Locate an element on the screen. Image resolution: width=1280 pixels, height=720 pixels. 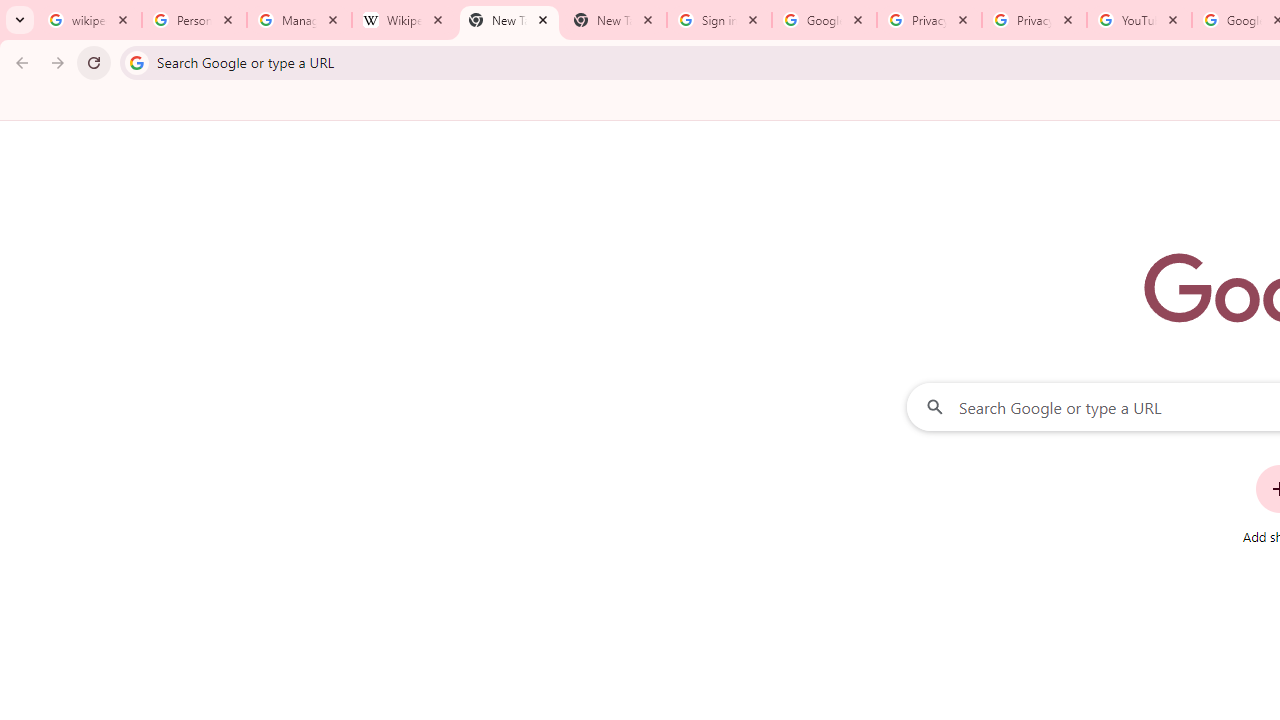
'Google Drive: Sign-in' is located at coordinates (824, 20).